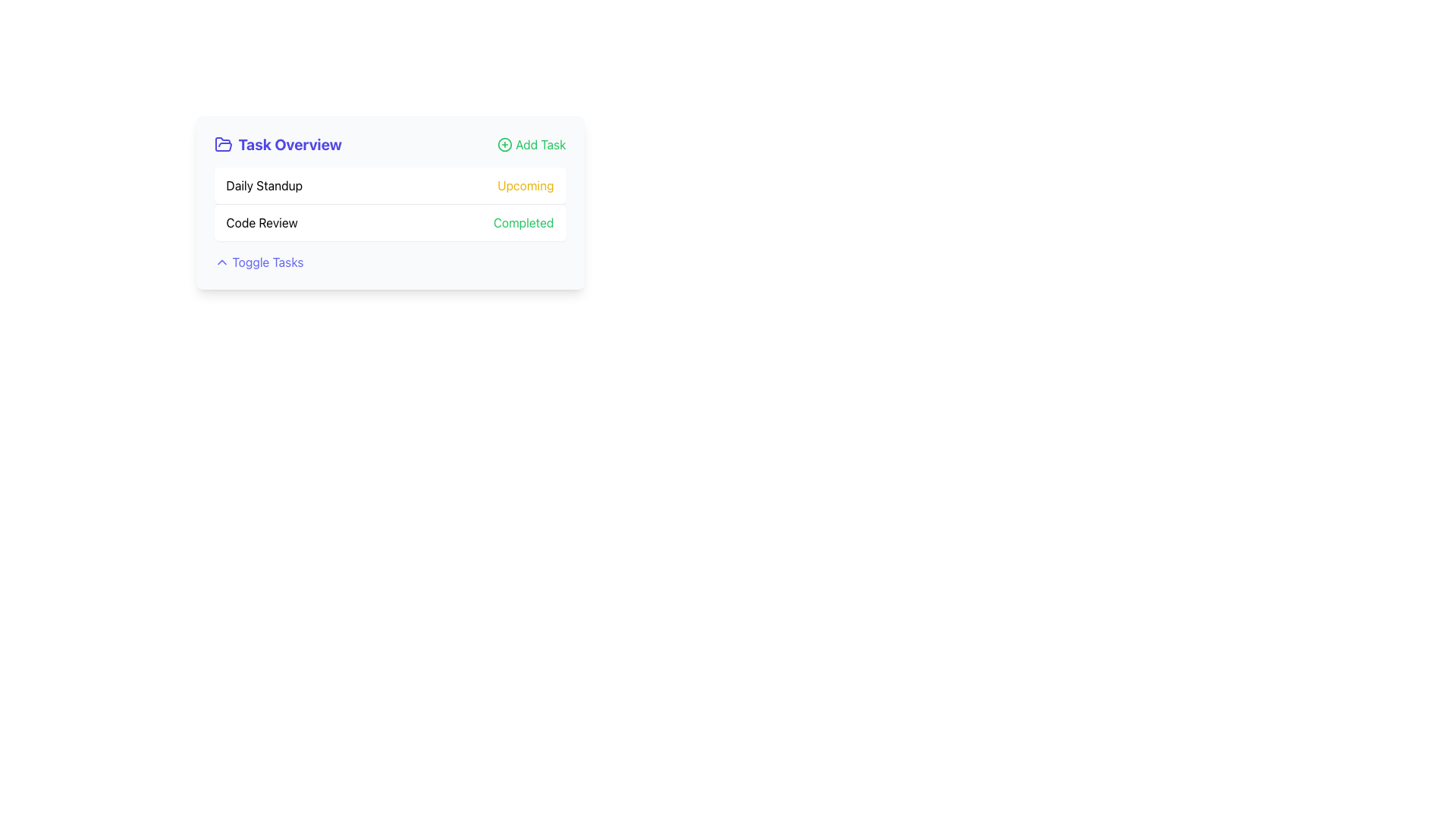 The width and height of the screenshot is (1456, 819). I want to click on the task summary panel which provides an overview of listed tasks and their statuses, so click(390, 202).